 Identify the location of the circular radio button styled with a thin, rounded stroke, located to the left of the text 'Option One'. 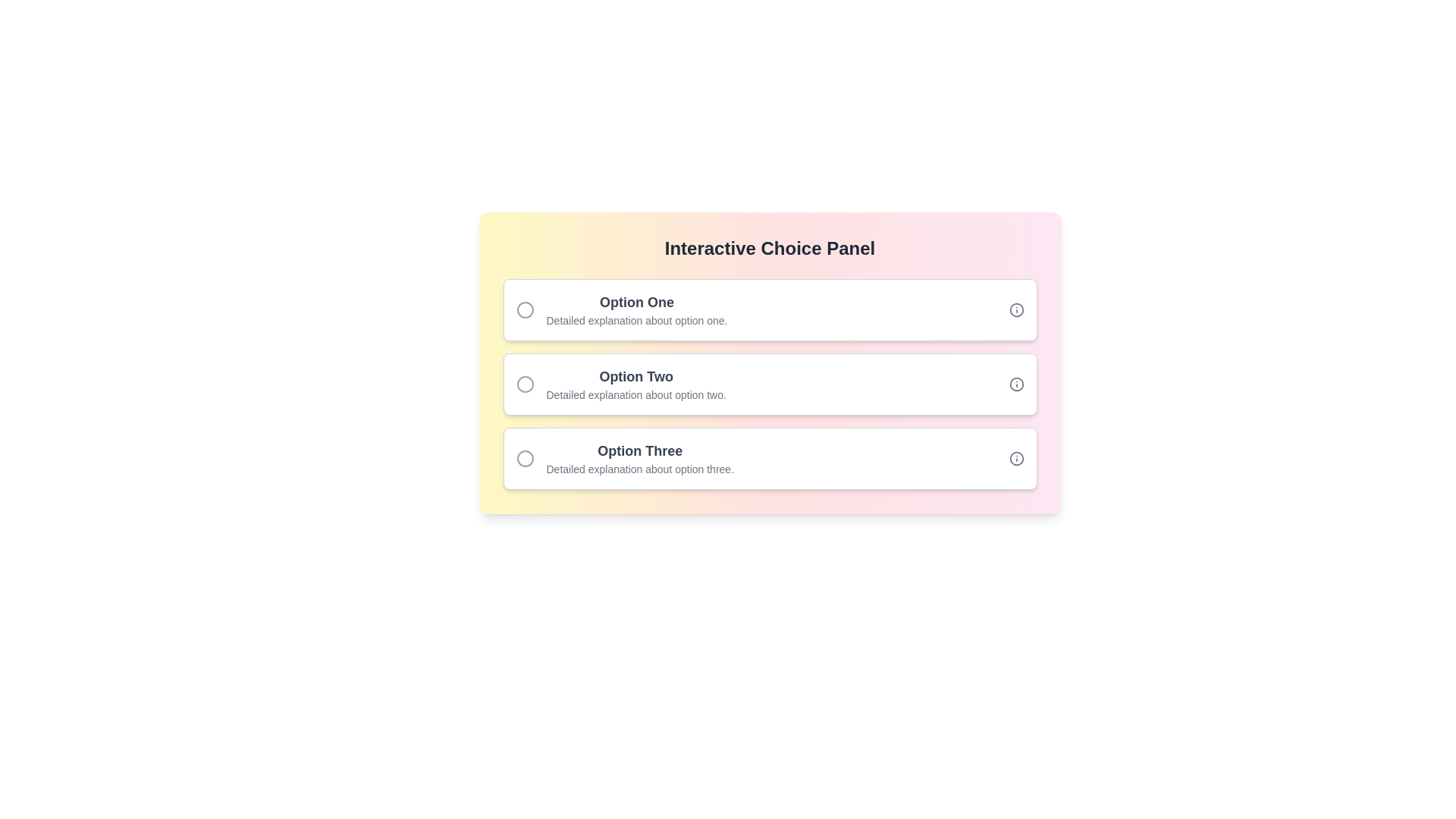
(525, 309).